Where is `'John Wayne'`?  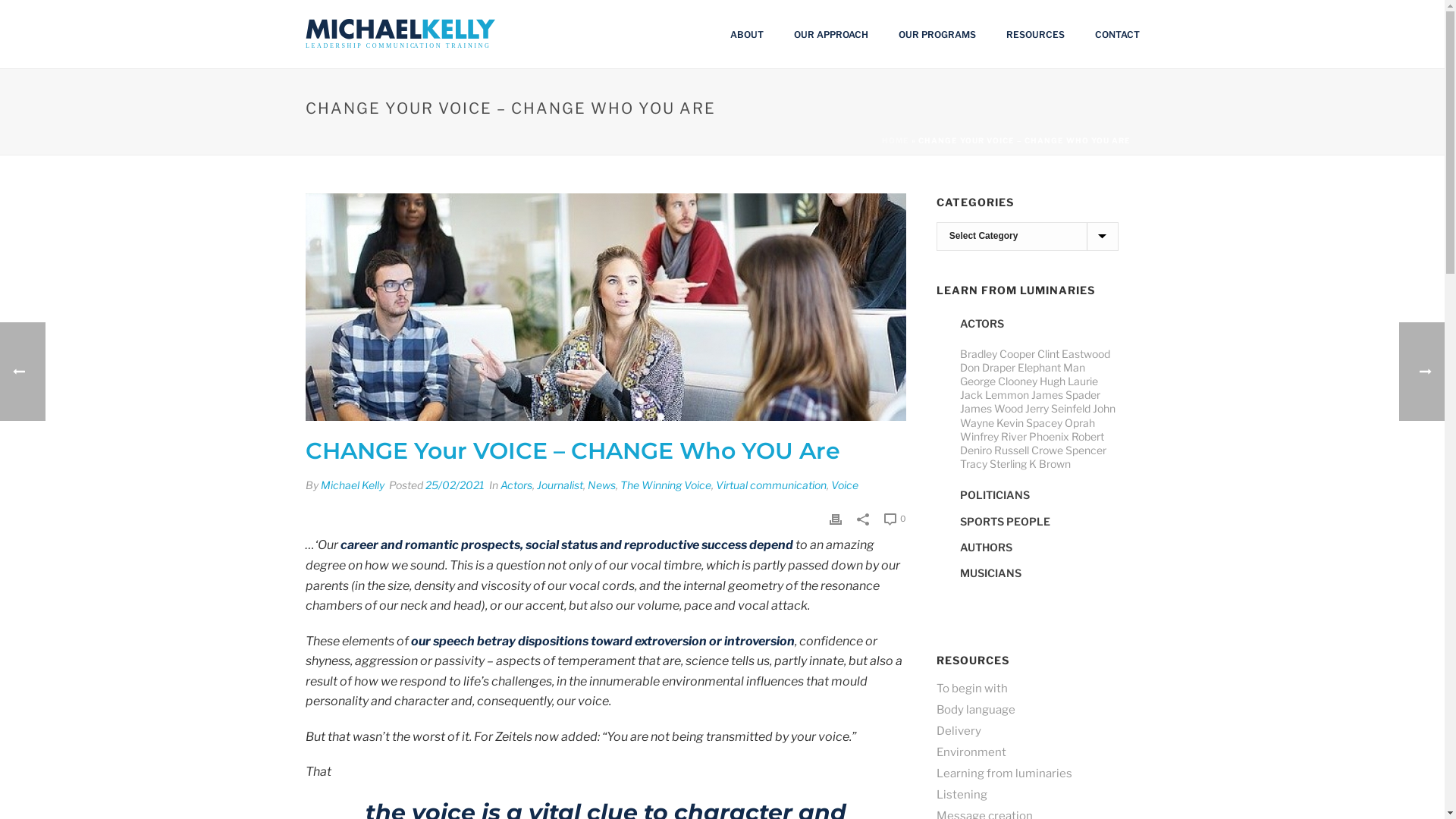 'John Wayne' is located at coordinates (1037, 415).